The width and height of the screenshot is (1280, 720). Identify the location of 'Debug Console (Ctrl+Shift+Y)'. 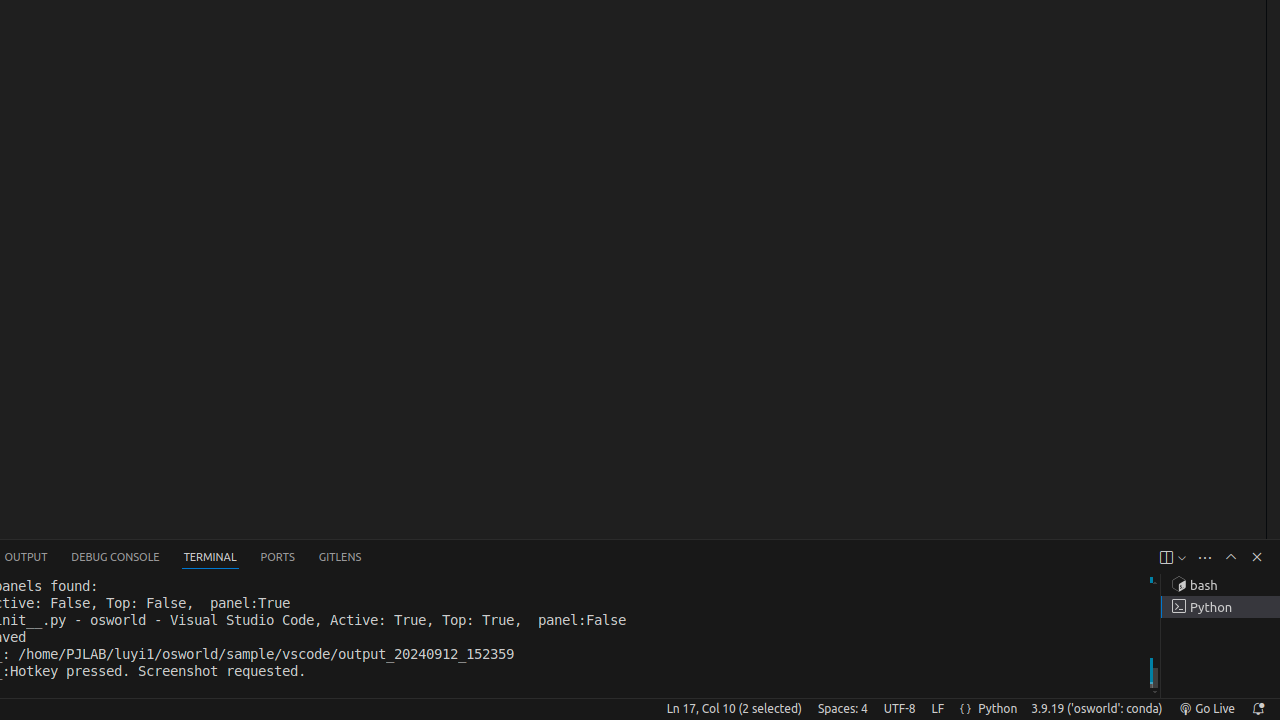
(114, 557).